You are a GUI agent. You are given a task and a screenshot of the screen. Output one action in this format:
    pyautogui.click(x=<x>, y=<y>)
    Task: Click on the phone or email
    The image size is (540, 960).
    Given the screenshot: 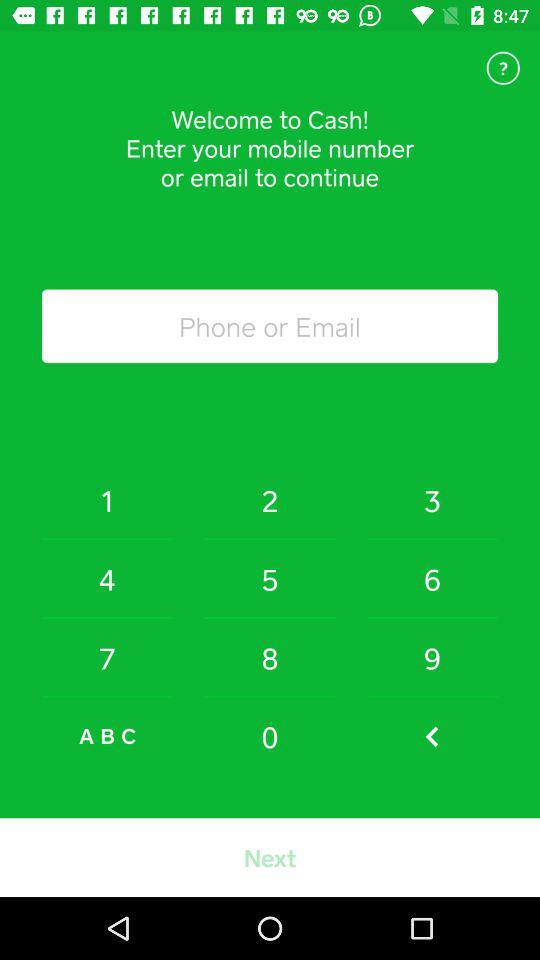 What is the action you would take?
    pyautogui.click(x=270, y=326)
    